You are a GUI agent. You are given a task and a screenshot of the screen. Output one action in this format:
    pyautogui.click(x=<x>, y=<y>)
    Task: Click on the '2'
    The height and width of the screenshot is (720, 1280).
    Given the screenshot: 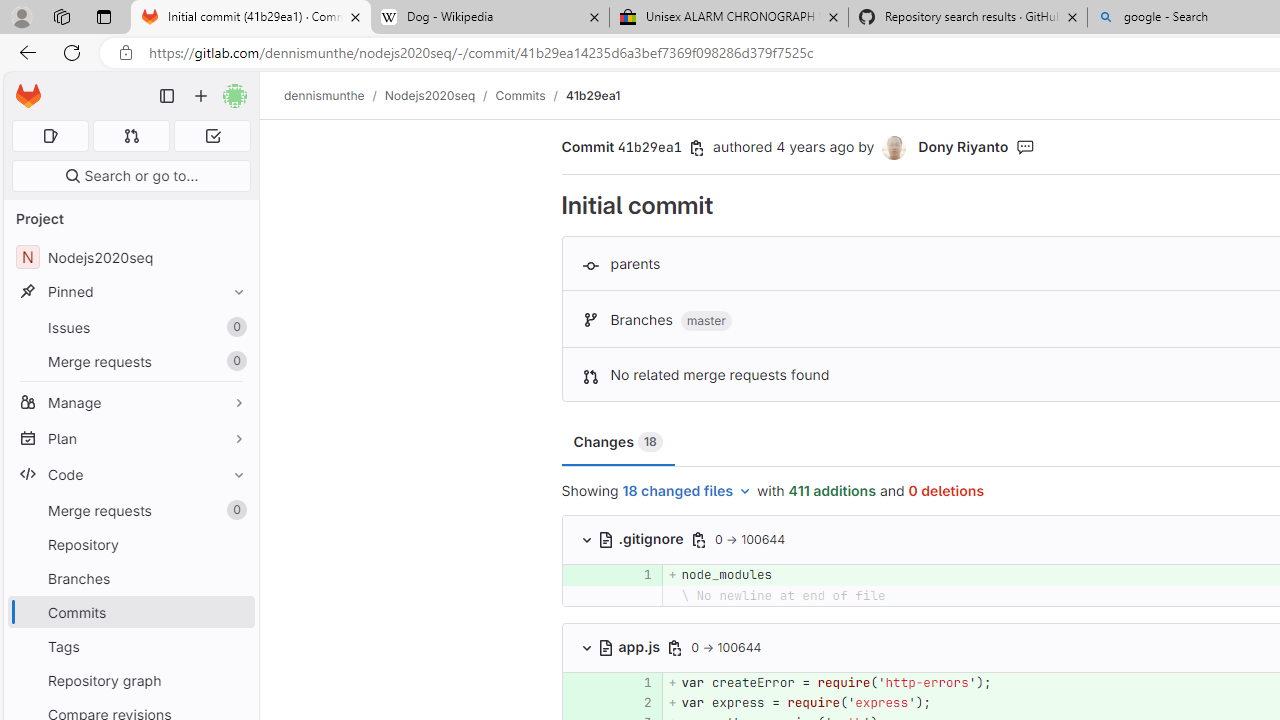 What is the action you would take?
    pyautogui.click(x=633, y=701)
    